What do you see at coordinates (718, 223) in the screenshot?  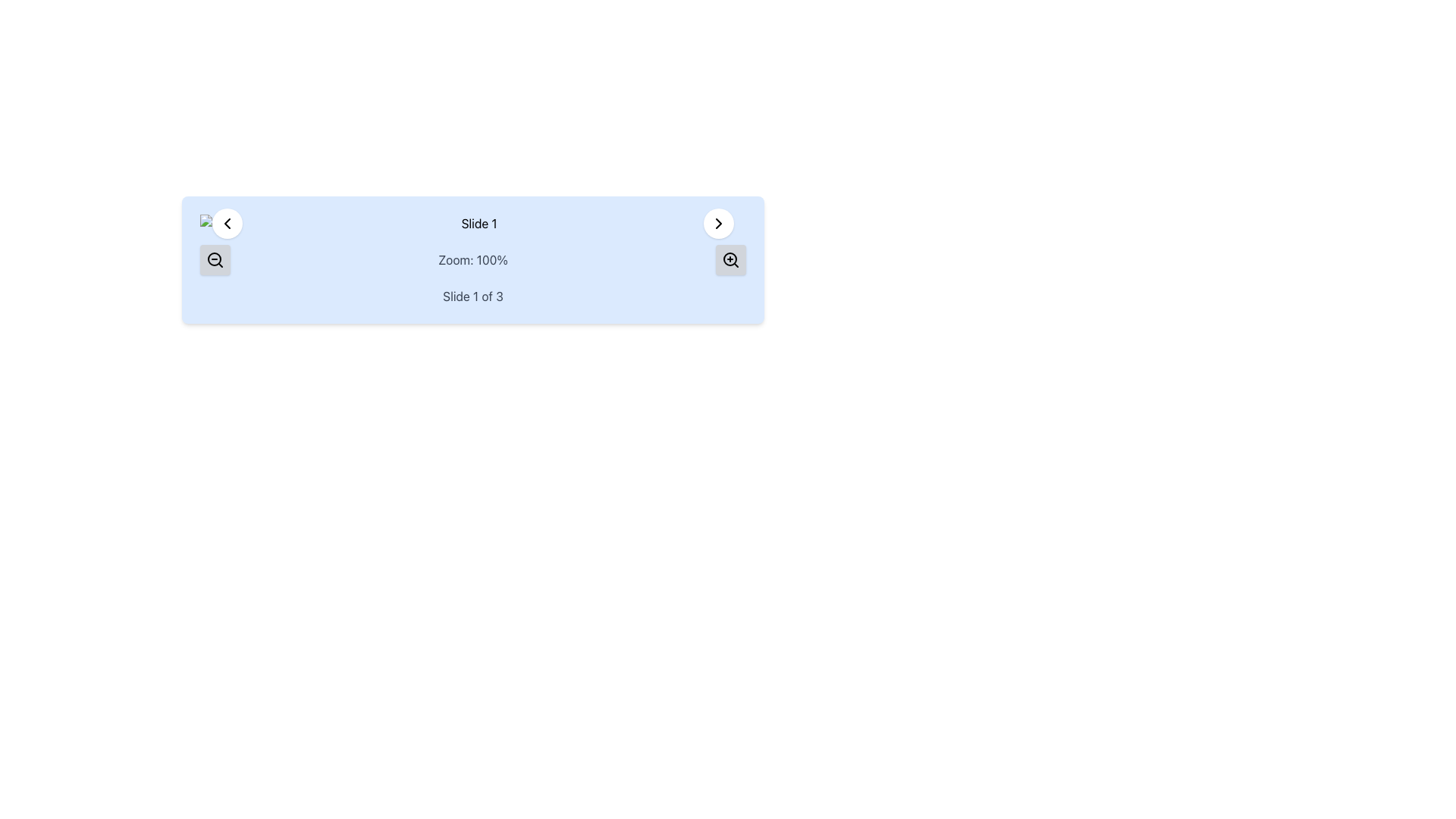 I see `the 'Next' button located at the top-right corner of the carousel interface` at bounding box center [718, 223].